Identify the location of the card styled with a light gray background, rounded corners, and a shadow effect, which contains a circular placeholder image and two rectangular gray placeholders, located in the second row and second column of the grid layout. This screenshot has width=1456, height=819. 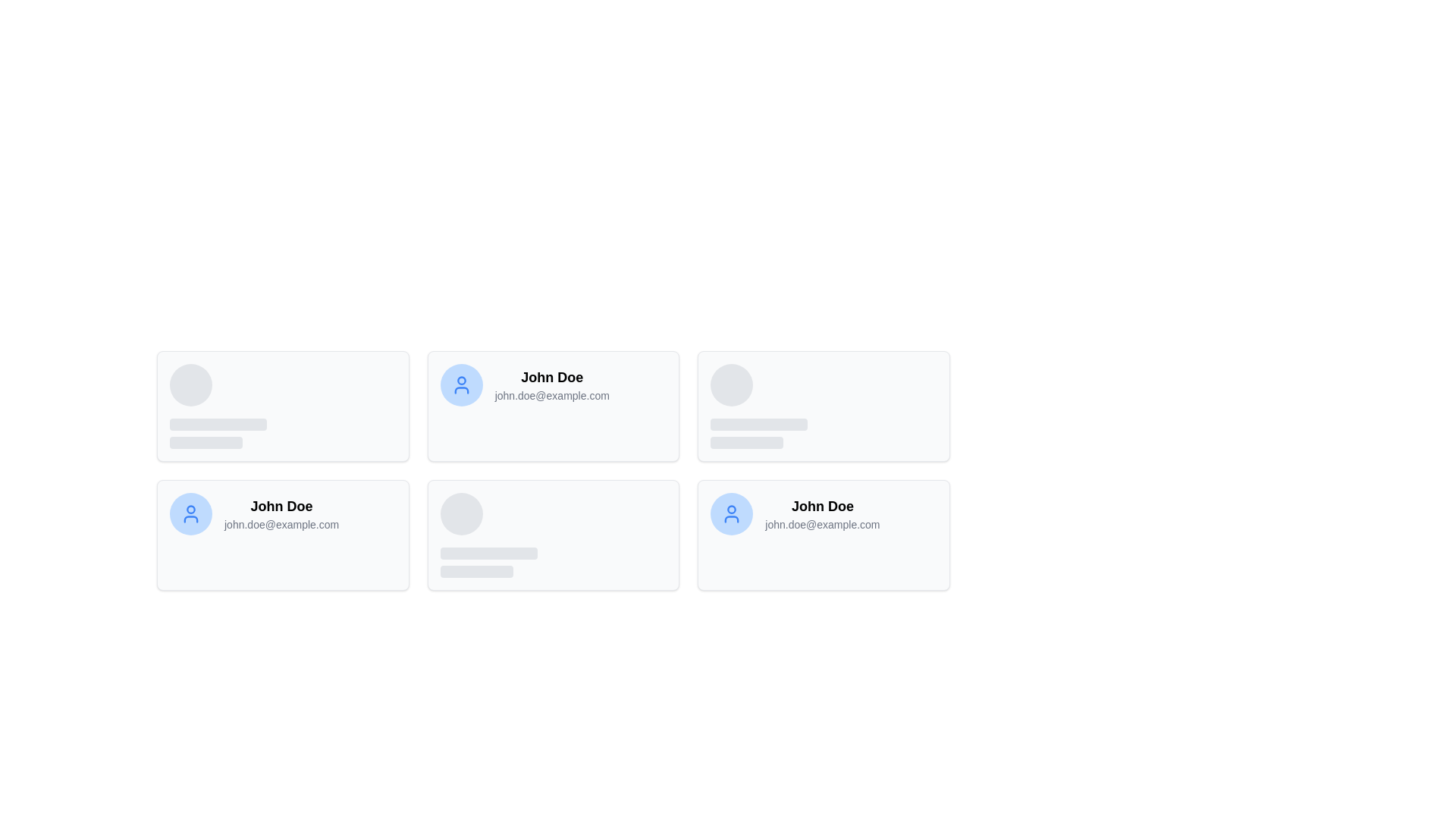
(552, 534).